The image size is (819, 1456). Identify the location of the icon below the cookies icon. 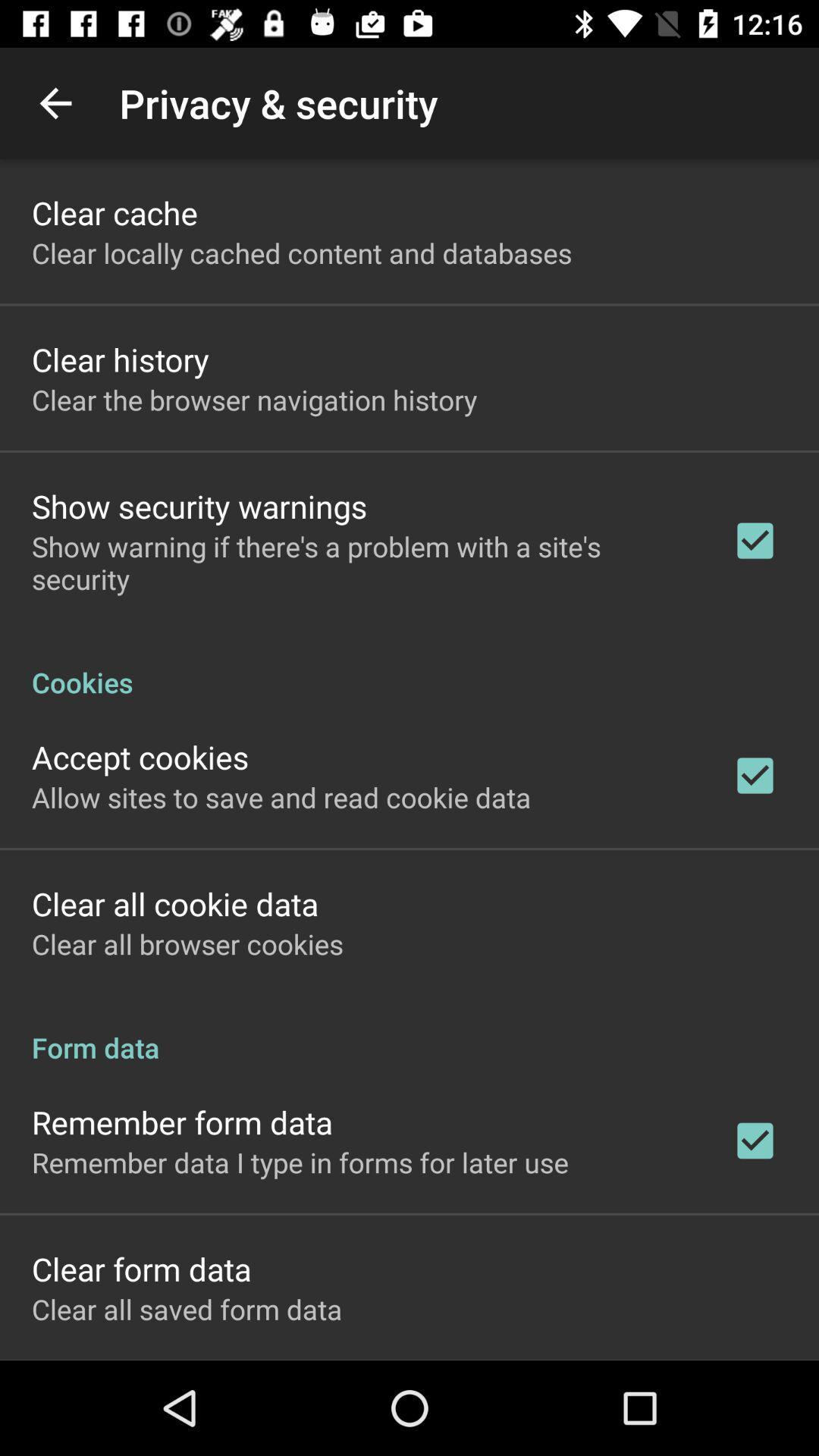
(140, 757).